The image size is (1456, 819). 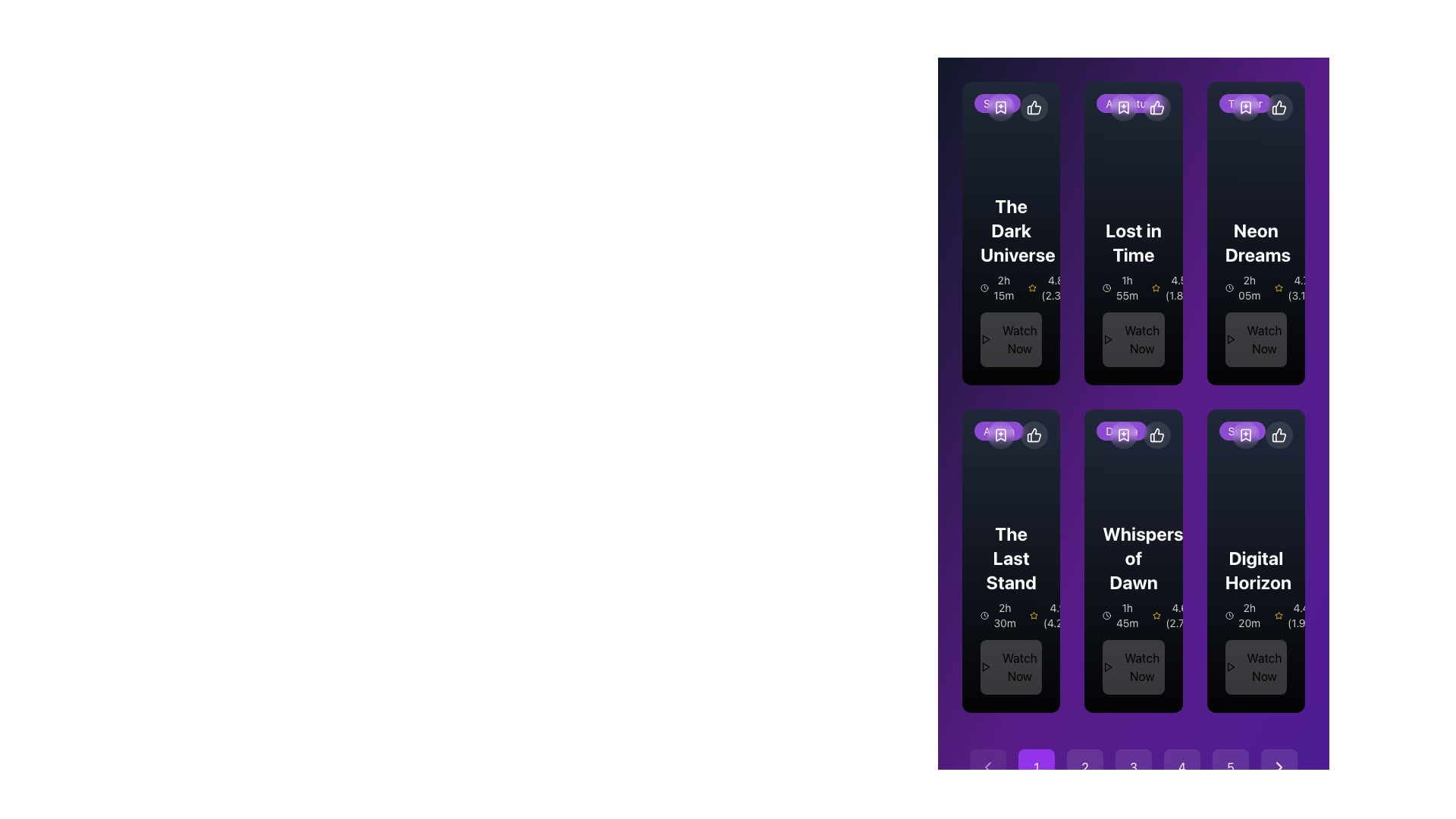 I want to click on the genre label for the movie 'The Dark Universe', which is positioned above the movie title in the card layout, so click(x=997, y=102).